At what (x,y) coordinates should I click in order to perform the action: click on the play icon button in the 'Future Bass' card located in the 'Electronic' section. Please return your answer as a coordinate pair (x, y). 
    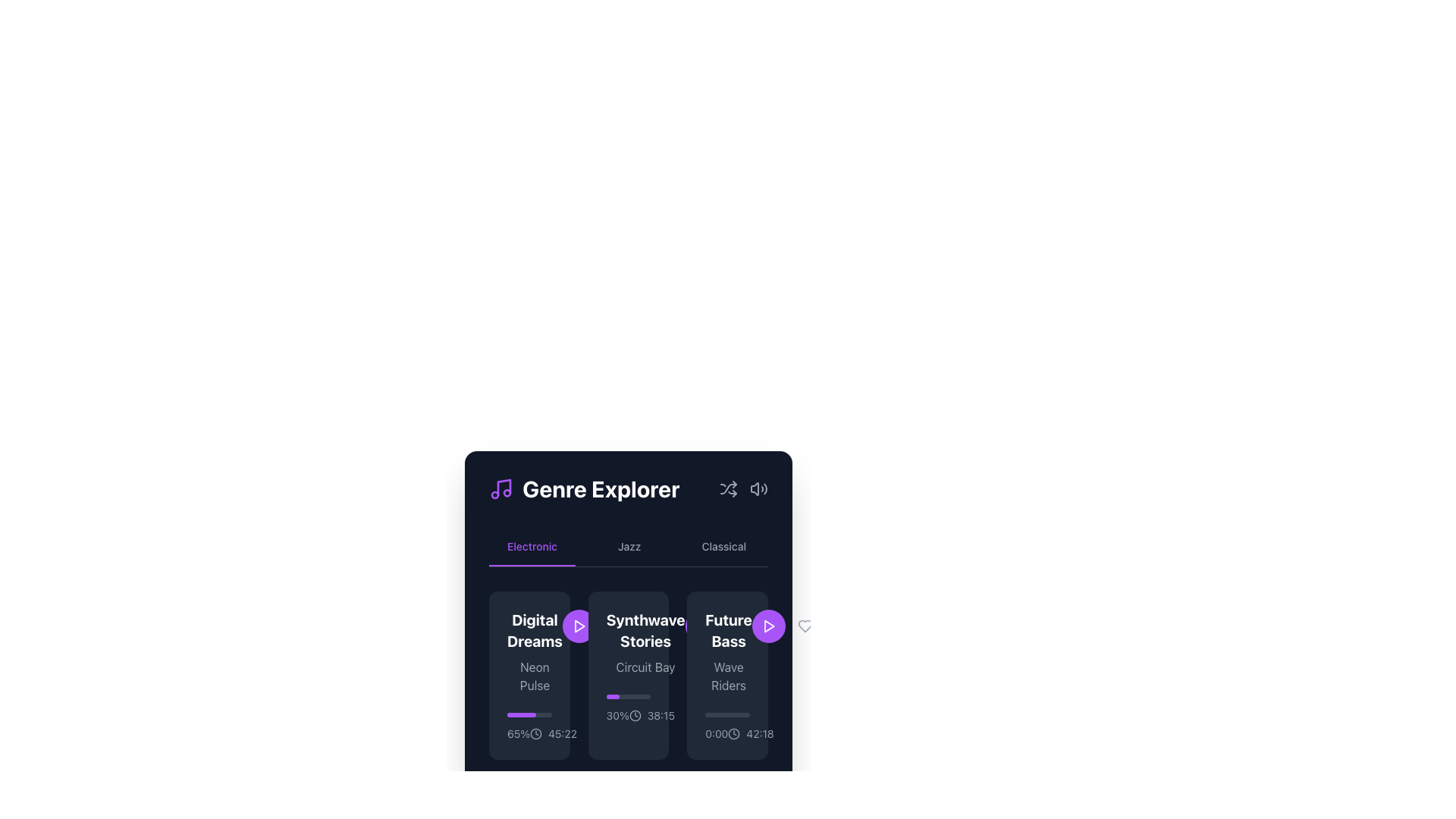
    Looking at the image, I should click on (701, 626).